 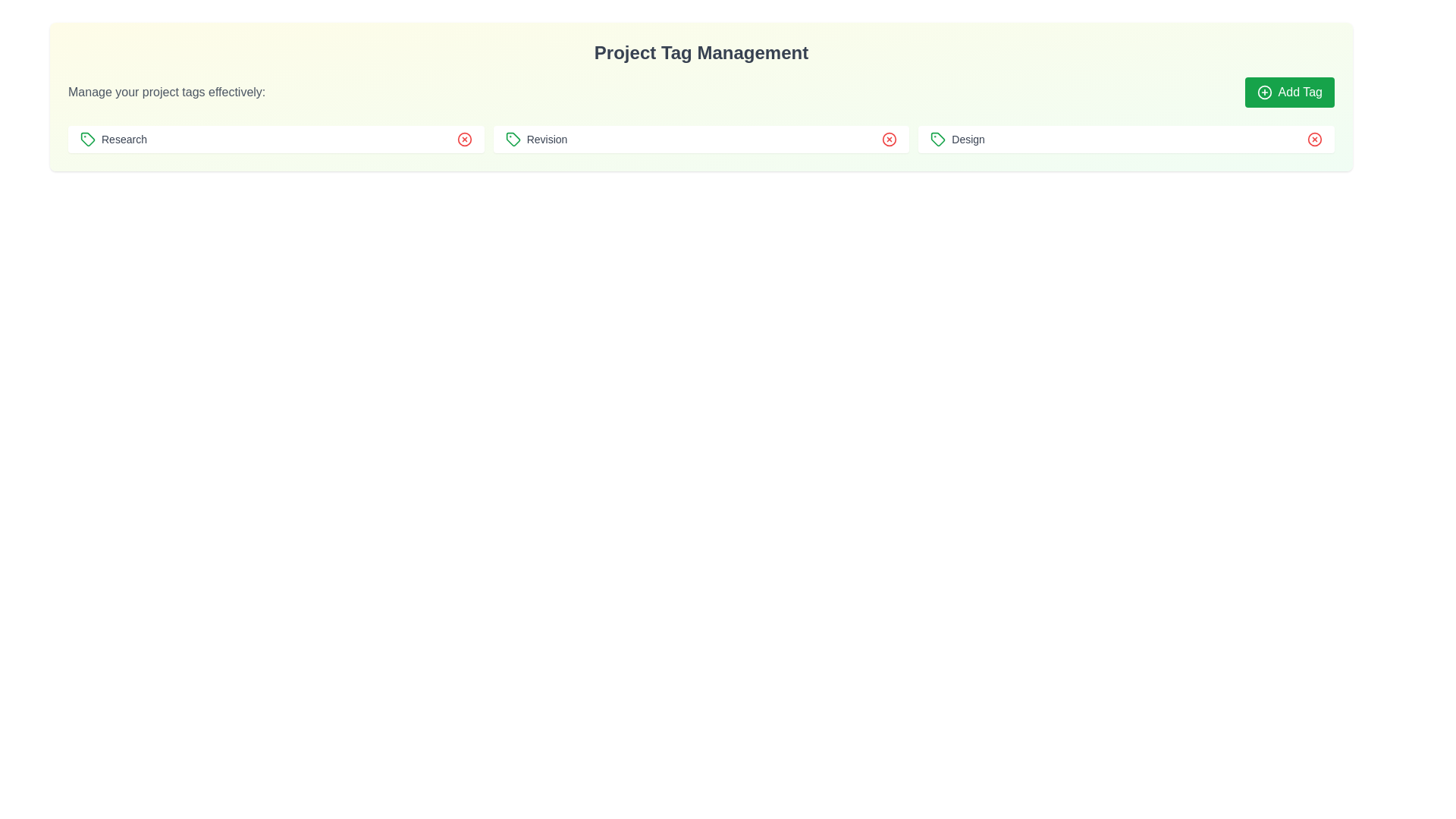 I want to click on the circular graphical icon component with a '+' sign, located at the center of the green 'Add Tag' button, so click(x=1264, y=93).